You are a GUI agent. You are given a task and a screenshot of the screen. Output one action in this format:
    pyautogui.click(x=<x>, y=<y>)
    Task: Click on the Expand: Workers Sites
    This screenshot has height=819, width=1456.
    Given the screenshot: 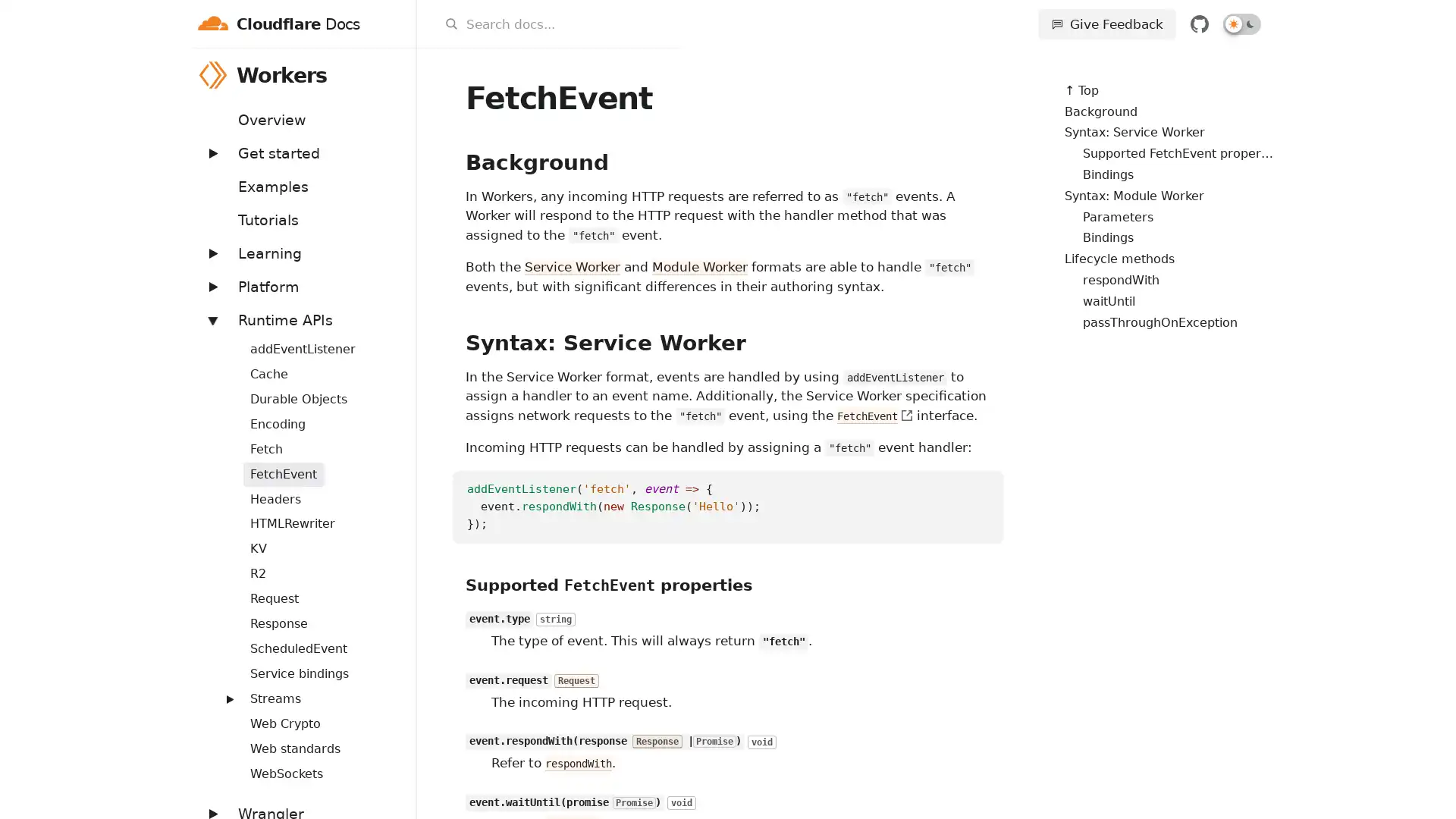 What is the action you would take?
    pyautogui.click(x=221, y=690)
    